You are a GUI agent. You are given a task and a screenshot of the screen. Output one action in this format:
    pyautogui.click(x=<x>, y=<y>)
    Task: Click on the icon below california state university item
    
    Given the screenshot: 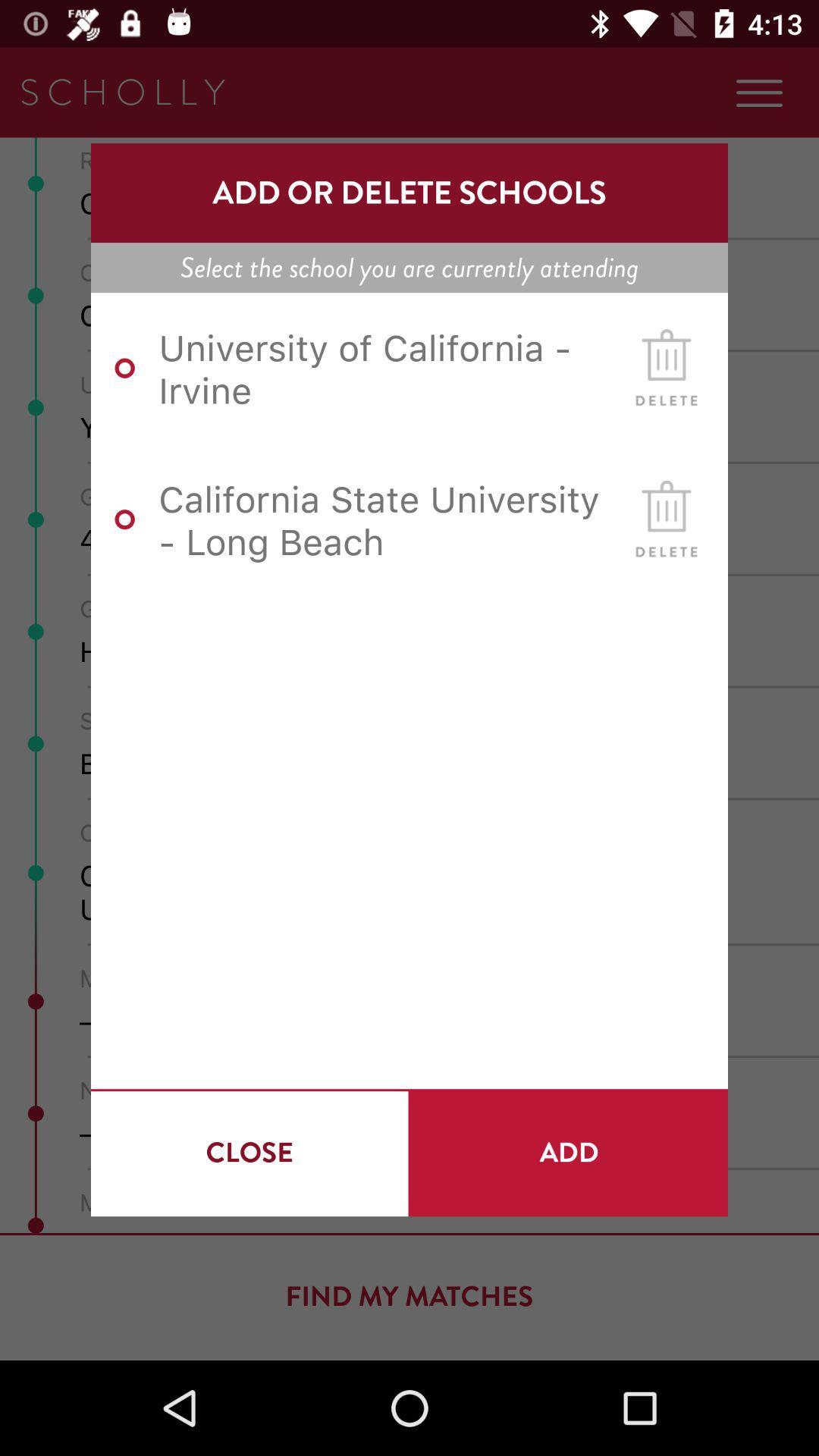 What is the action you would take?
    pyautogui.click(x=249, y=1153)
    